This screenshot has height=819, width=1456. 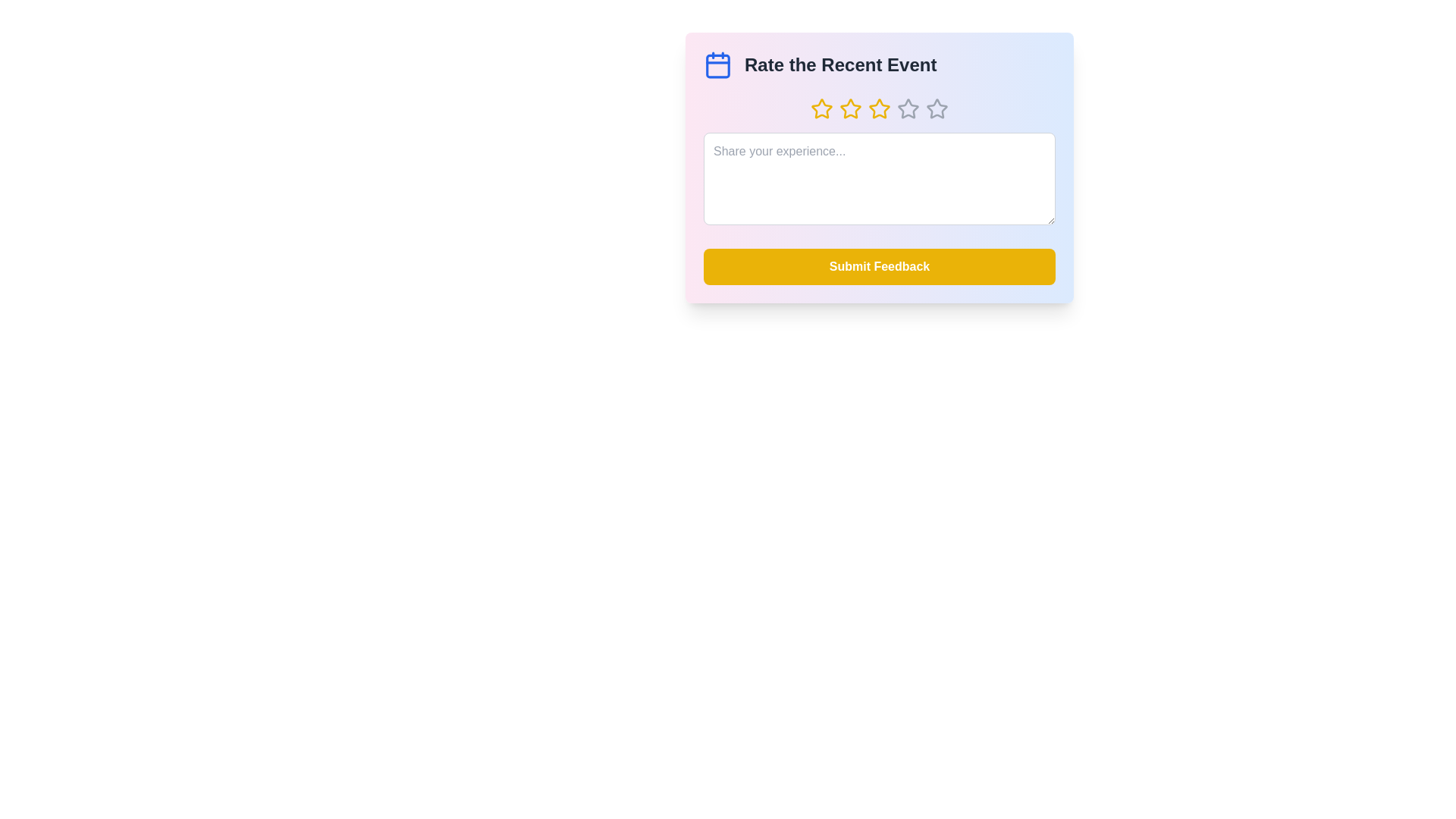 What do you see at coordinates (821, 108) in the screenshot?
I see `the star corresponding to the desired rating of 1` at bounding box center [821, 108].